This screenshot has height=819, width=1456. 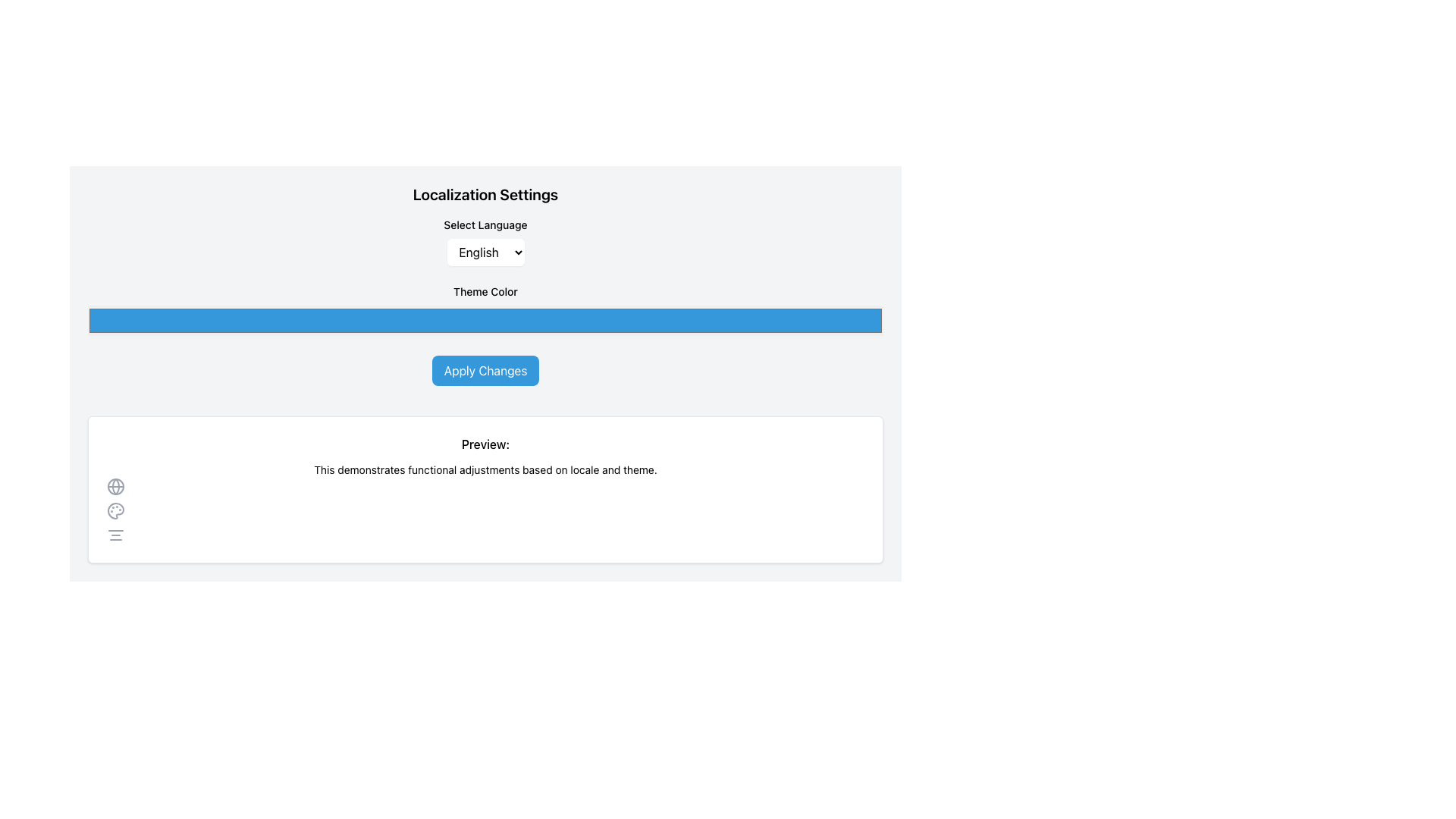 What do you see at coordinates (485, 194) in the screenshot?
I see `the header text labeled 'Localization Settings'` at bounding box center [485, 194].